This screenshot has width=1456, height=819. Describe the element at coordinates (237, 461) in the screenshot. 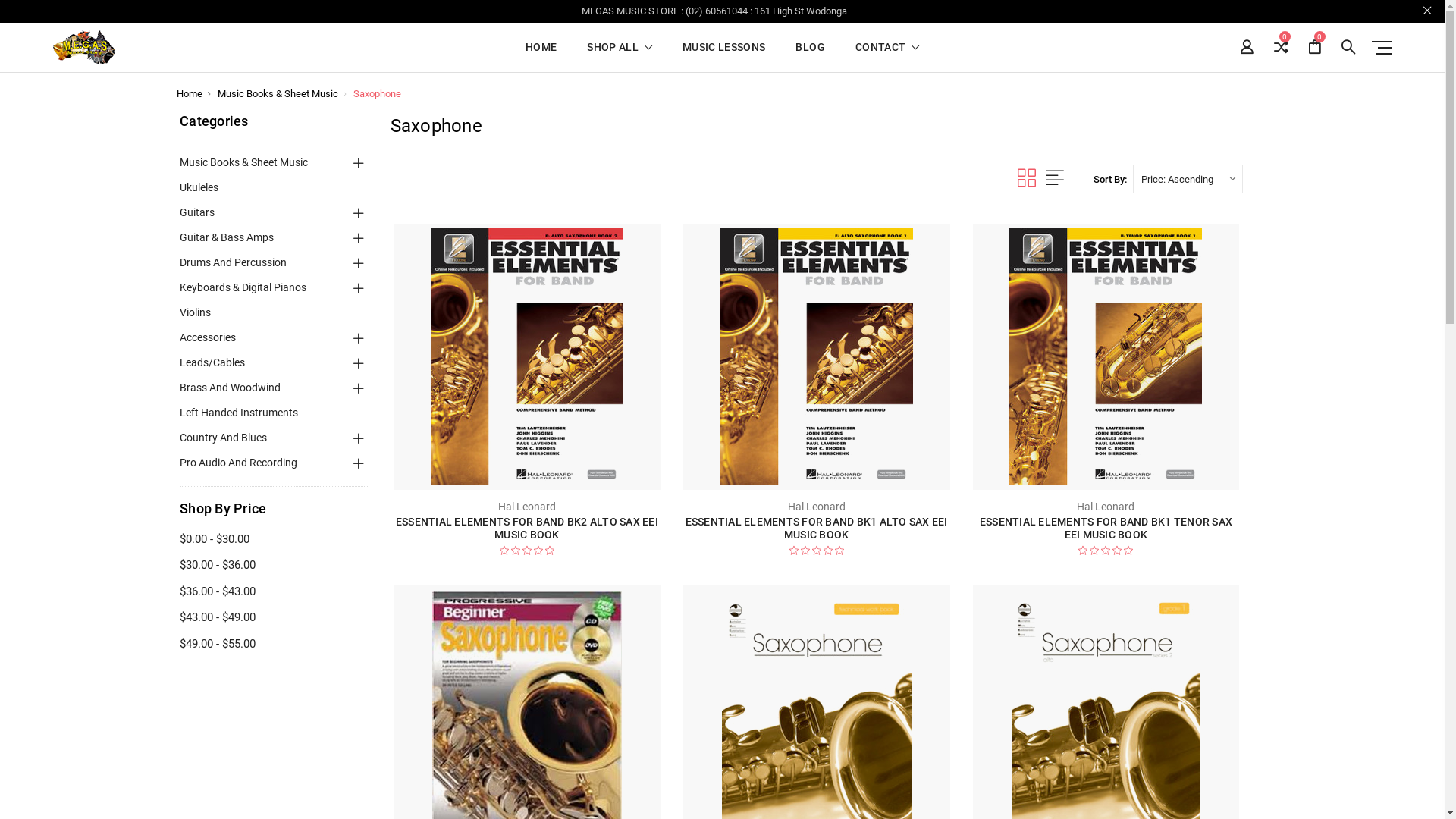

I see `'Pro Audio And Recording'` at that location.